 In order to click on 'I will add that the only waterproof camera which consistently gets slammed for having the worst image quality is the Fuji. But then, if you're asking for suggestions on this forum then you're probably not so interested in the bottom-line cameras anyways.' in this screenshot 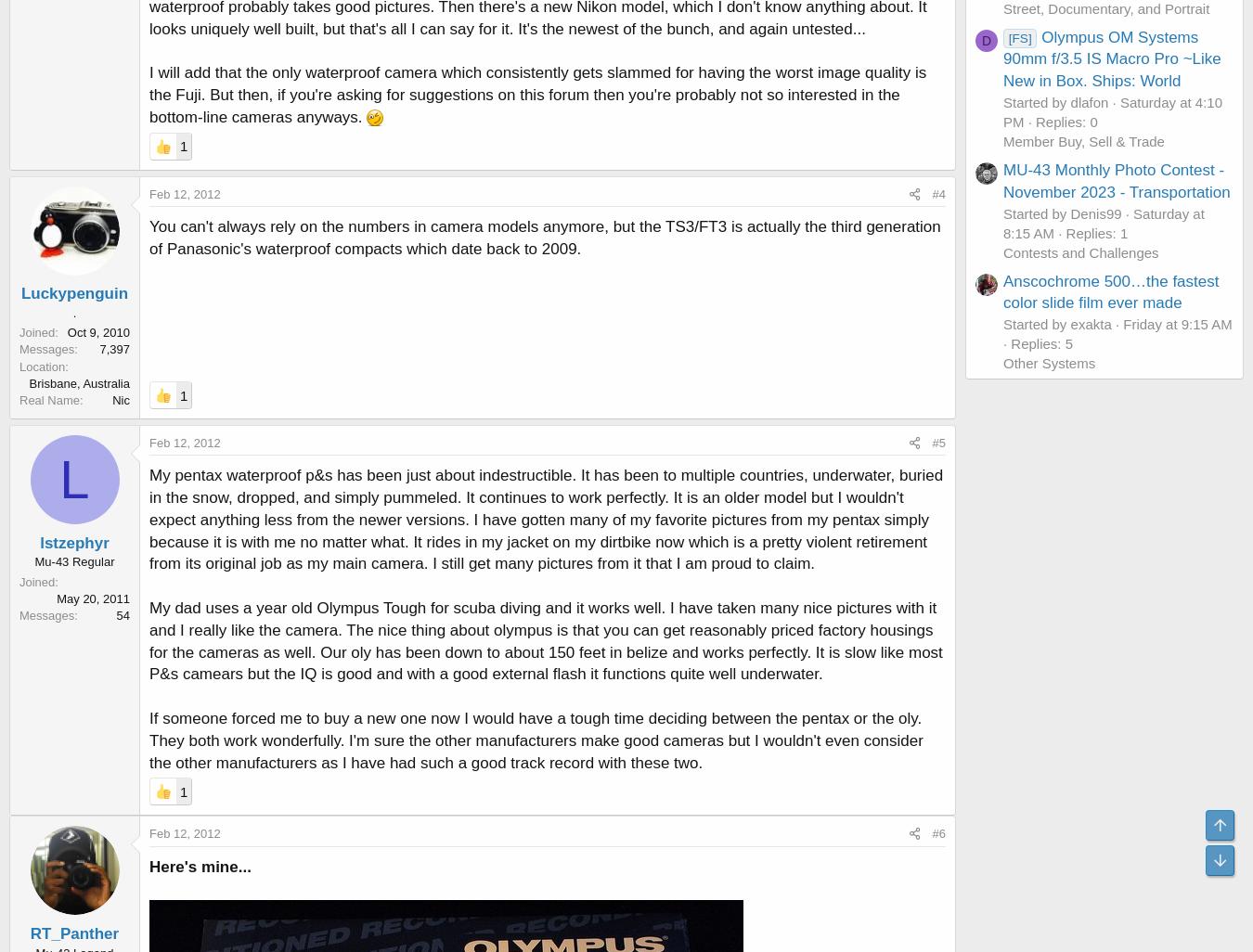, I will do `click(537, 93)`.